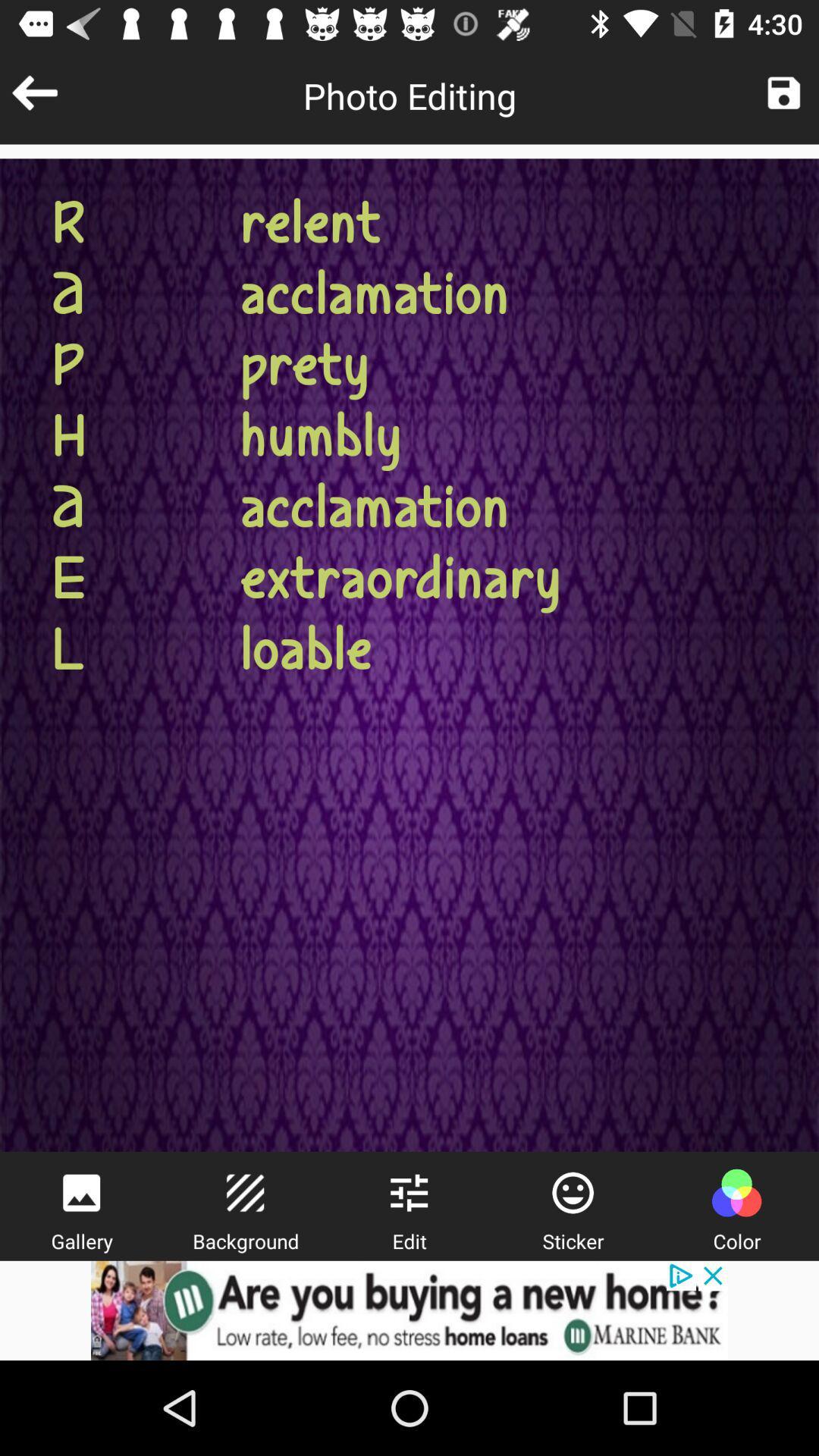 Image resolution: width=819 pixels, height=1456 pixels. I want to click on background, so click(244, 1192).